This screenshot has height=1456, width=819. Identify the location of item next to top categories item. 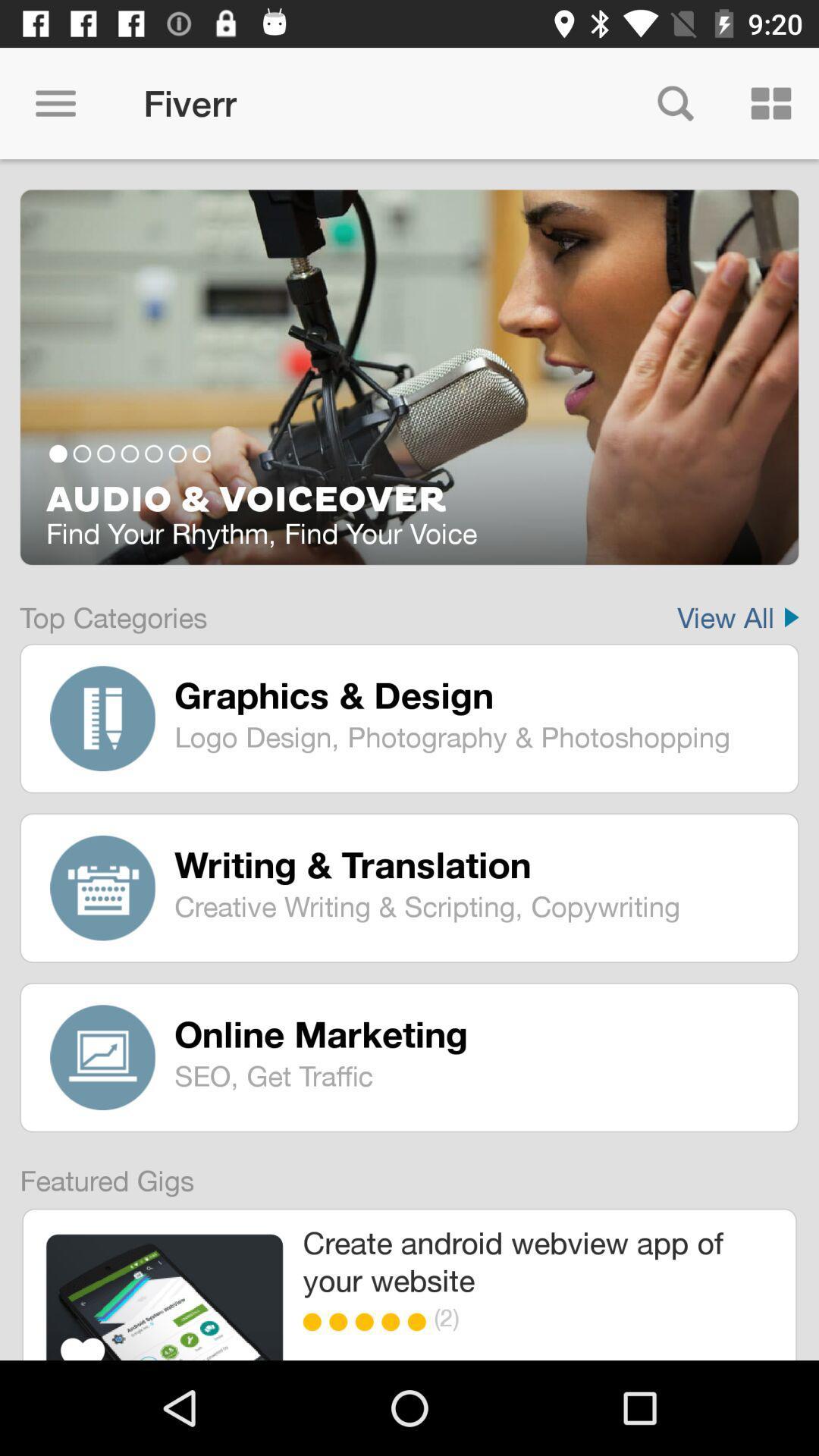
(737, 607).